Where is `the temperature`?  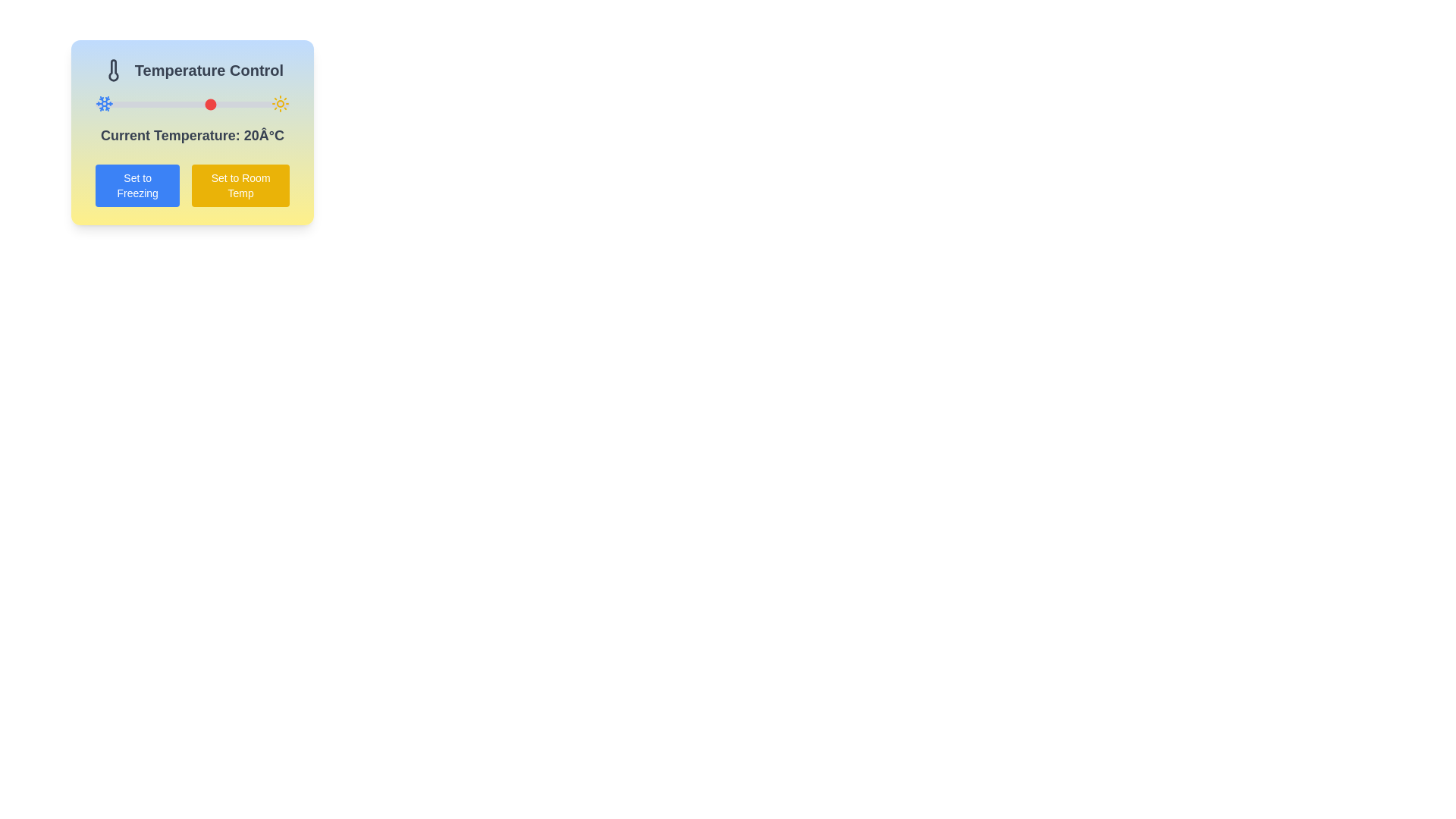 the temperature is located at coordinates (169, 104).